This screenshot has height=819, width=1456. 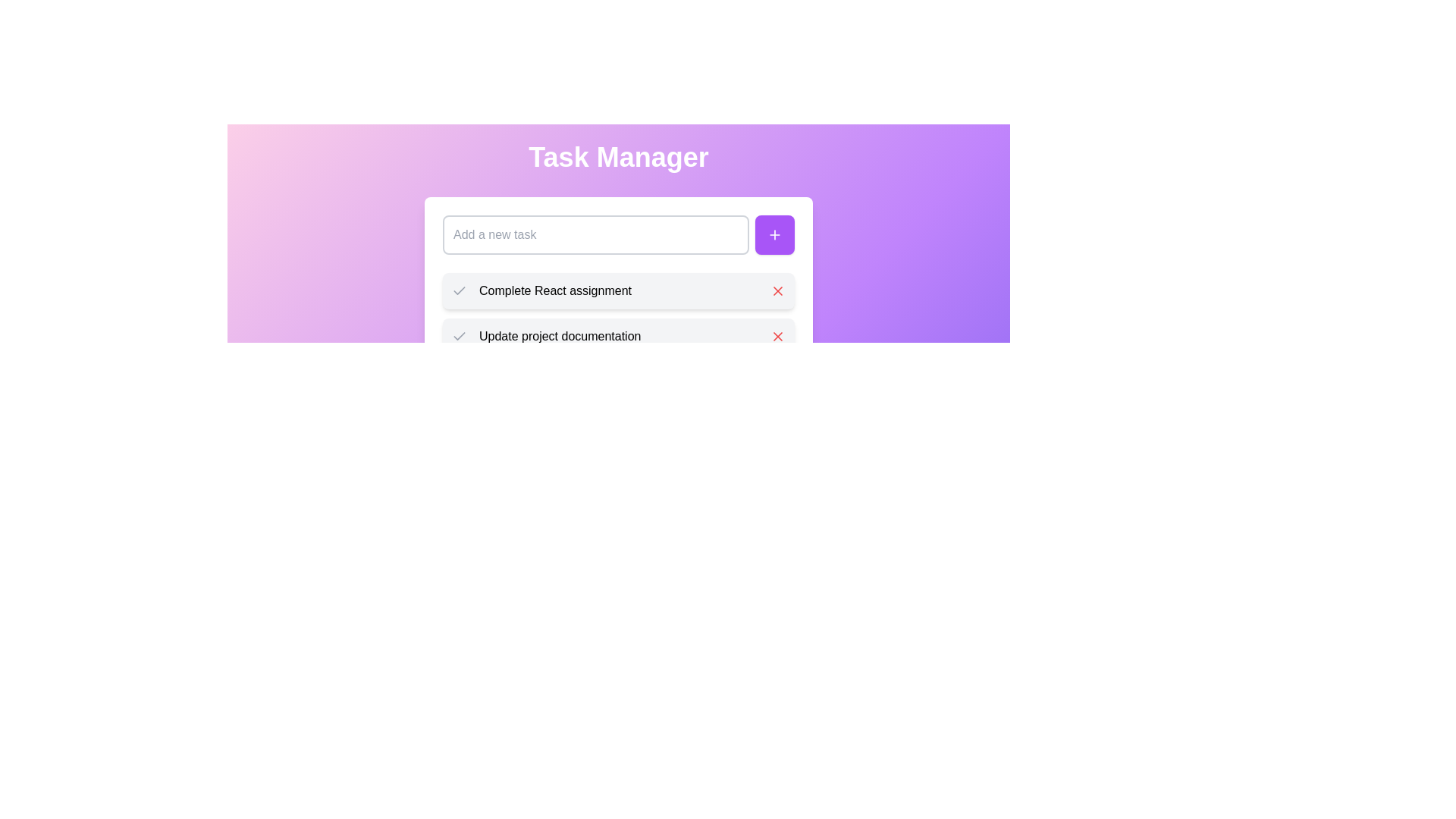 I want to click on the interactive button for adding new tasks, so click(x=775, y=234).